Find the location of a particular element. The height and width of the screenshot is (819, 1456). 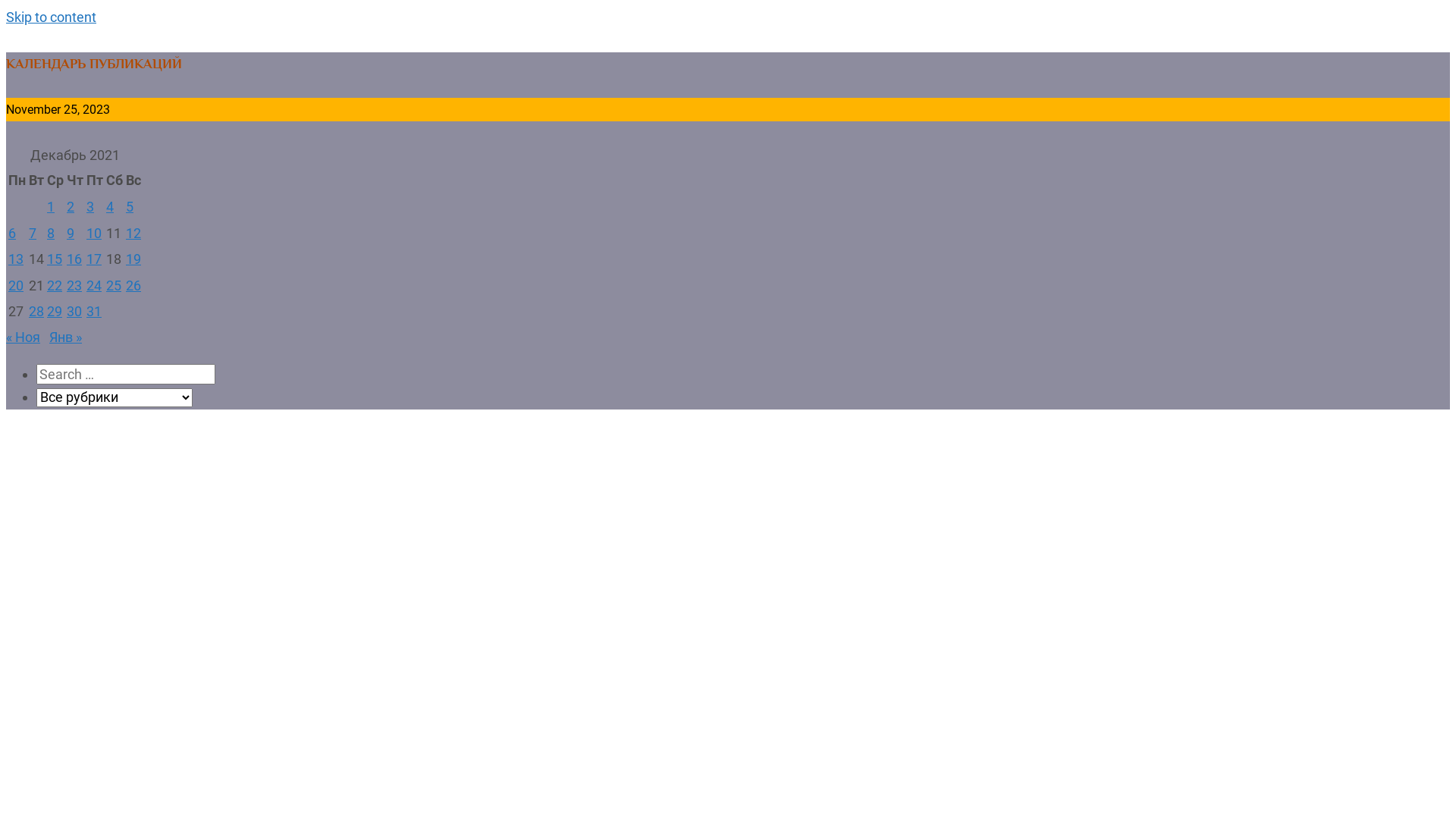

'25' is located at coordinates (105, 285).